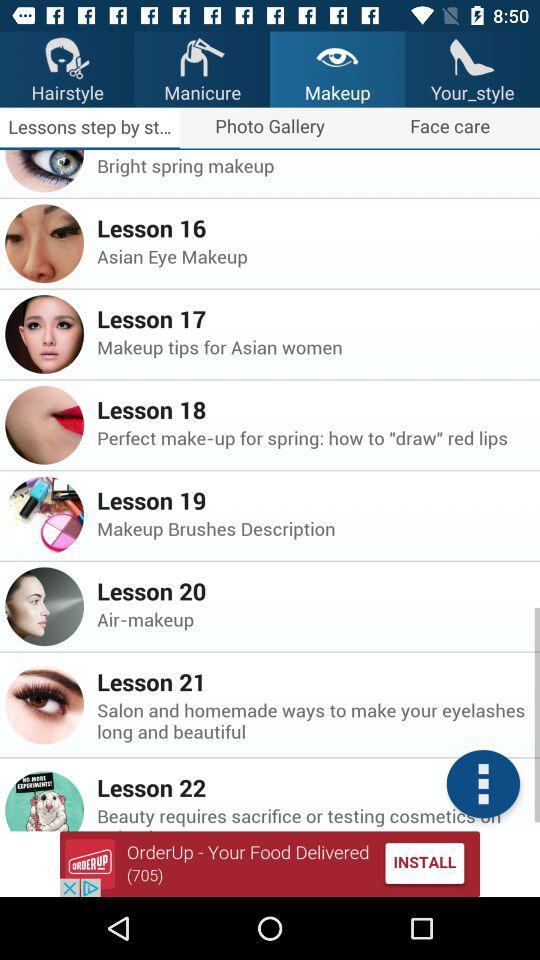 This screenshot has width=540, height=960. What do you see at coordinates (270, 863) in the screenshot?
I see `advertisement page` at bounding box center [270, 863].